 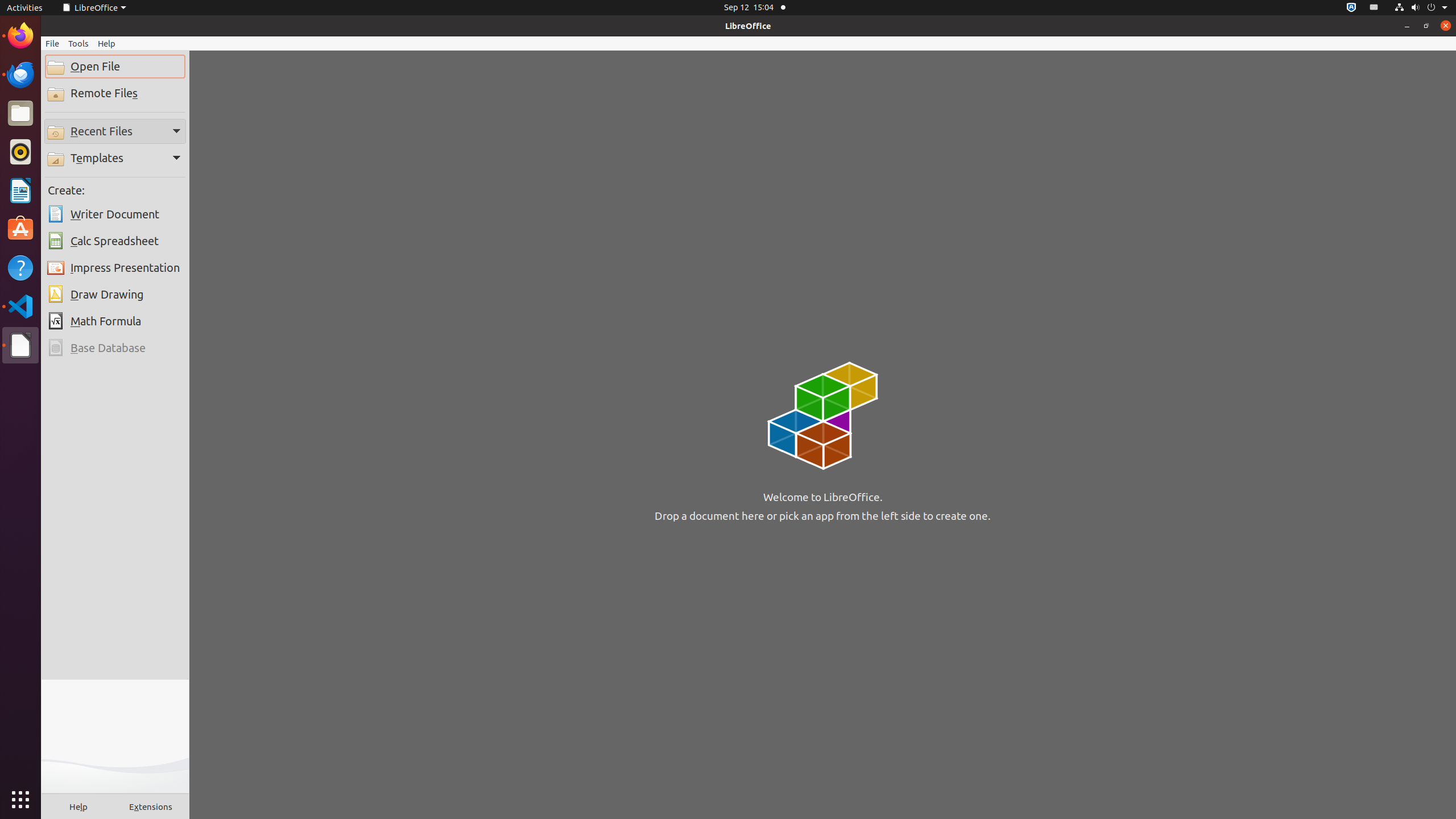 I want to click on 'Writer Document', so click(x=114, y=213).